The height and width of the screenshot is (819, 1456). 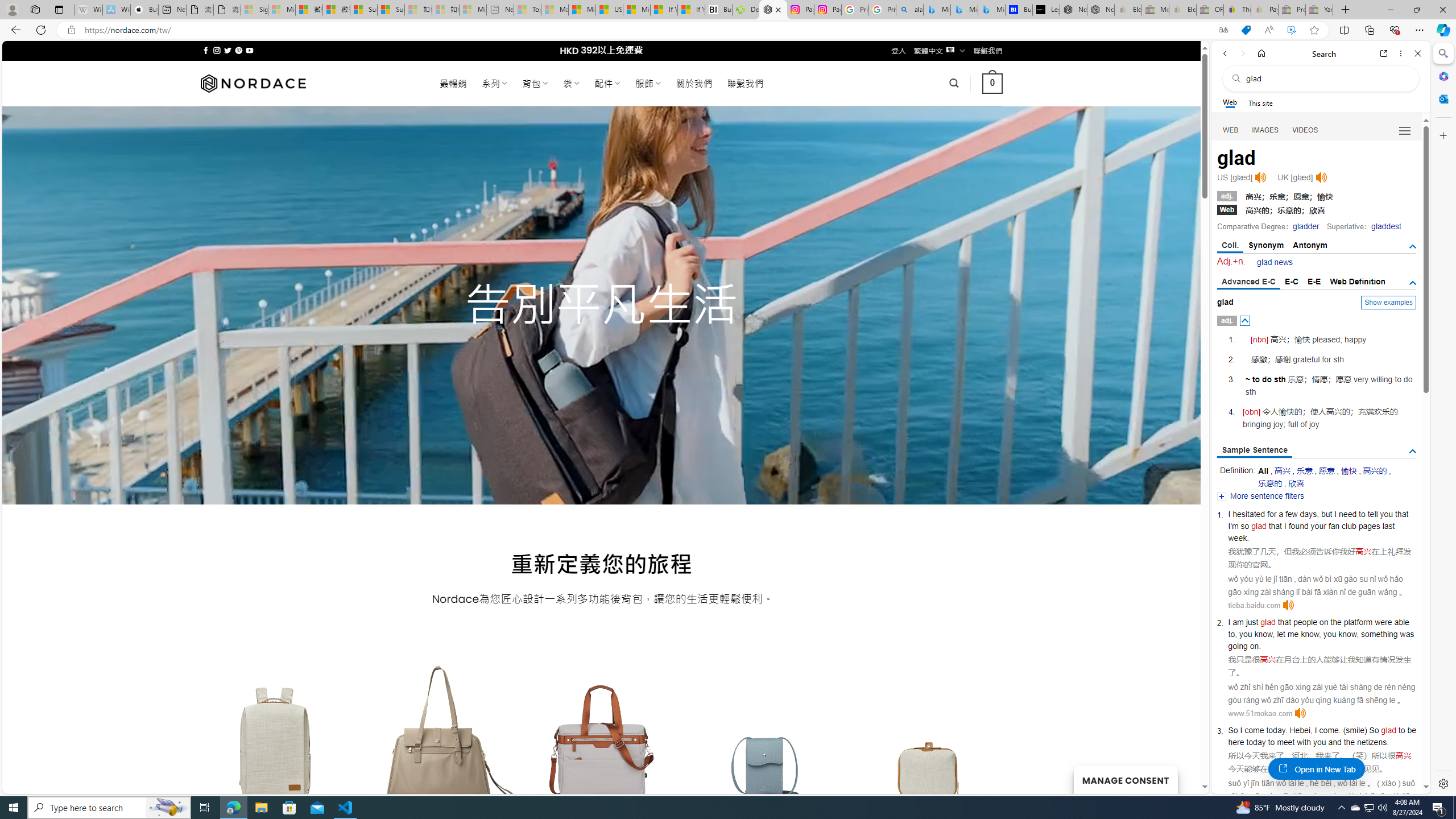 What do you see at coordinates (253, 82) in the screenshot?
I see `'Nordace'` at bounding box center [253, 82].